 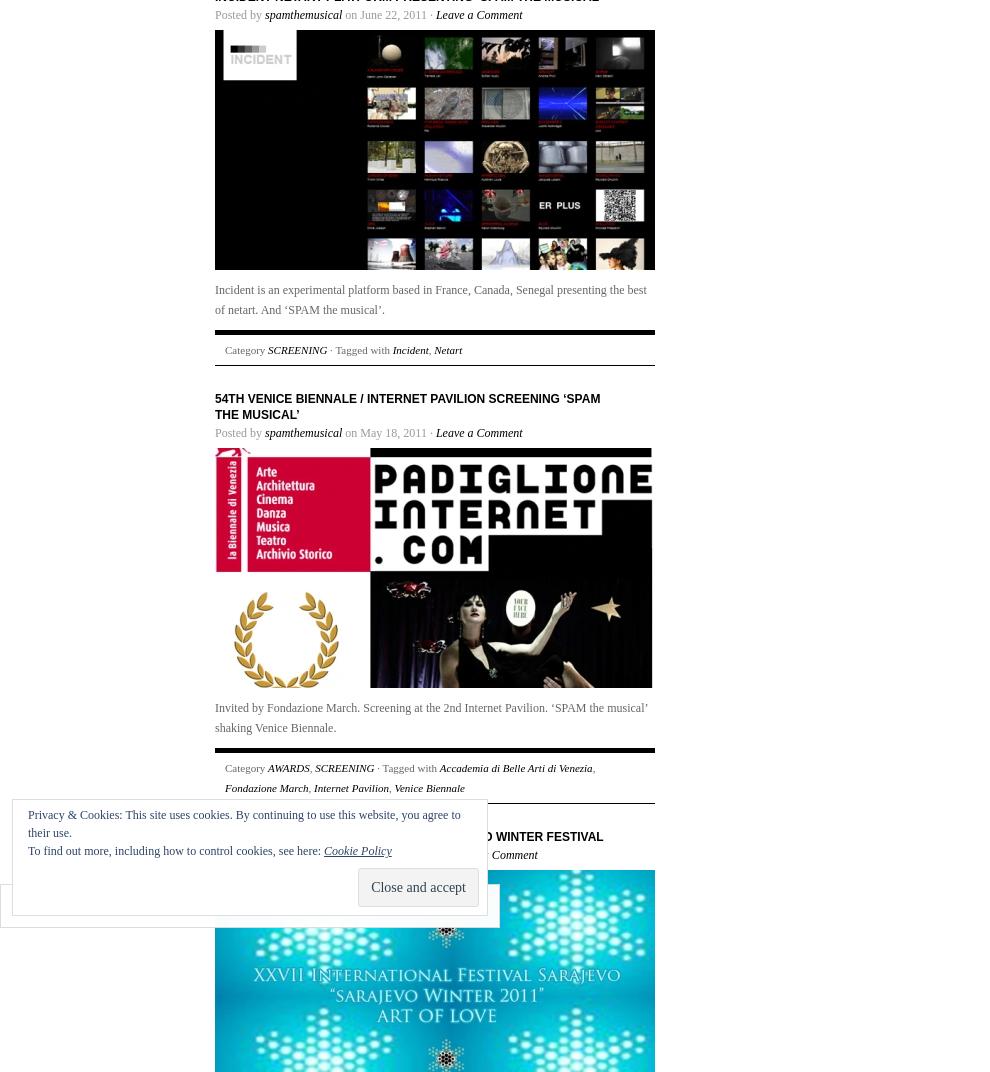 What do you see at coordinates (406, 406) in the screenshot?
I see `'54th Venice Biennale / Internet Pavilion                                         screening ‘SPAM the musical’'` at bounding box center [406, 406].